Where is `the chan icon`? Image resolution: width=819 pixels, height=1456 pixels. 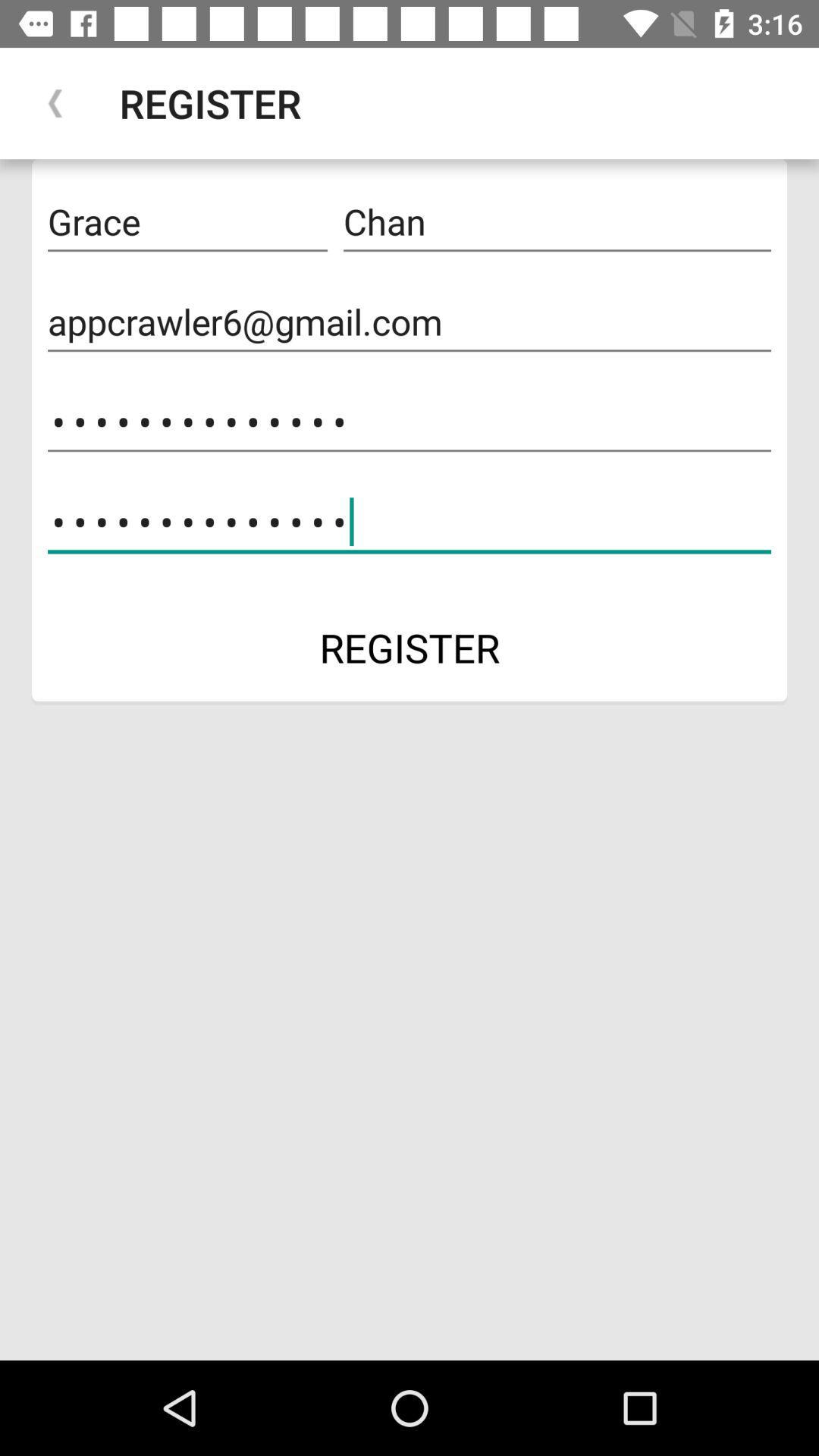
the chan icon is located at coordinates (557, 221).